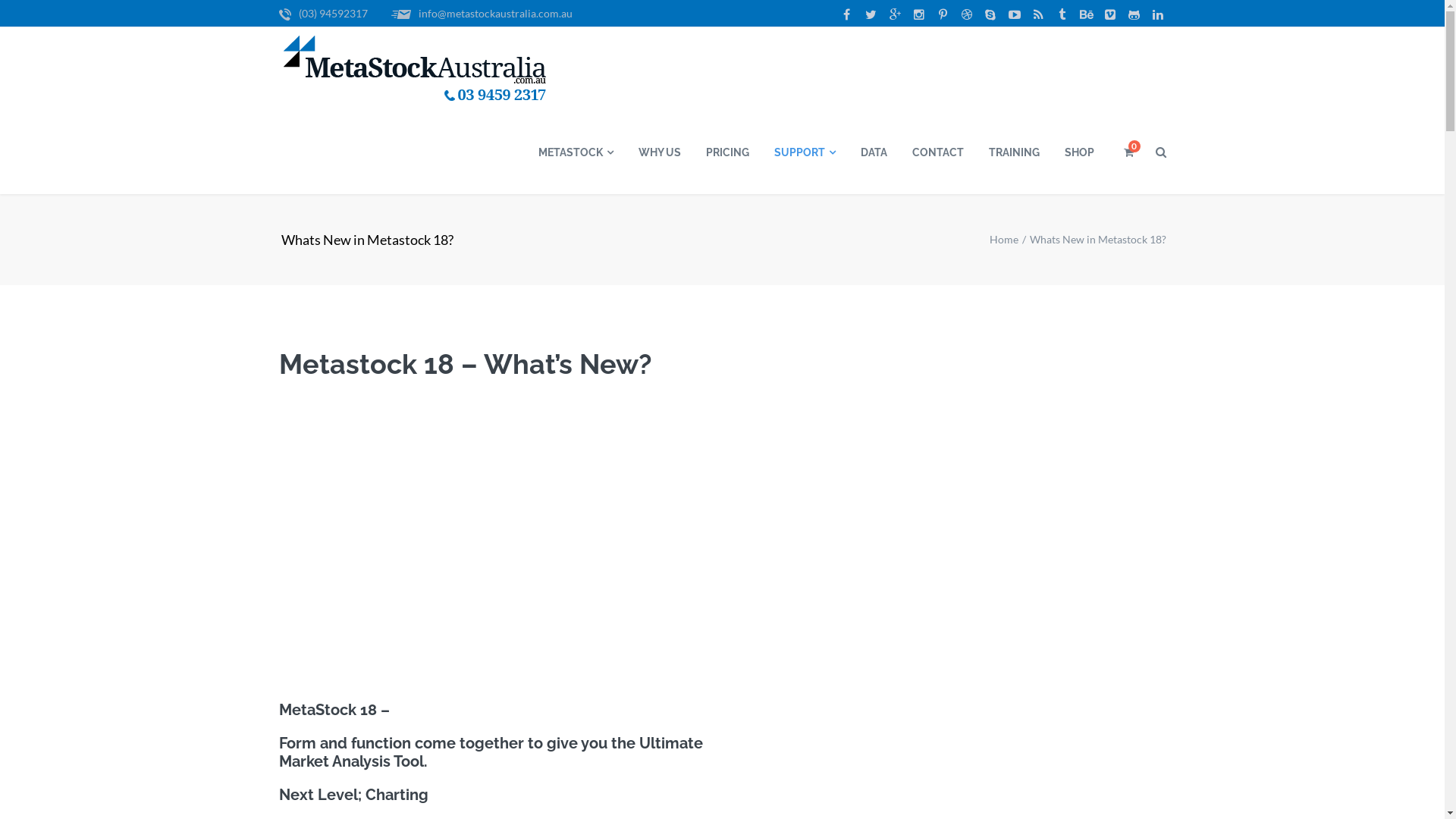  I want to click on 'WHY US', so click(658, 152).